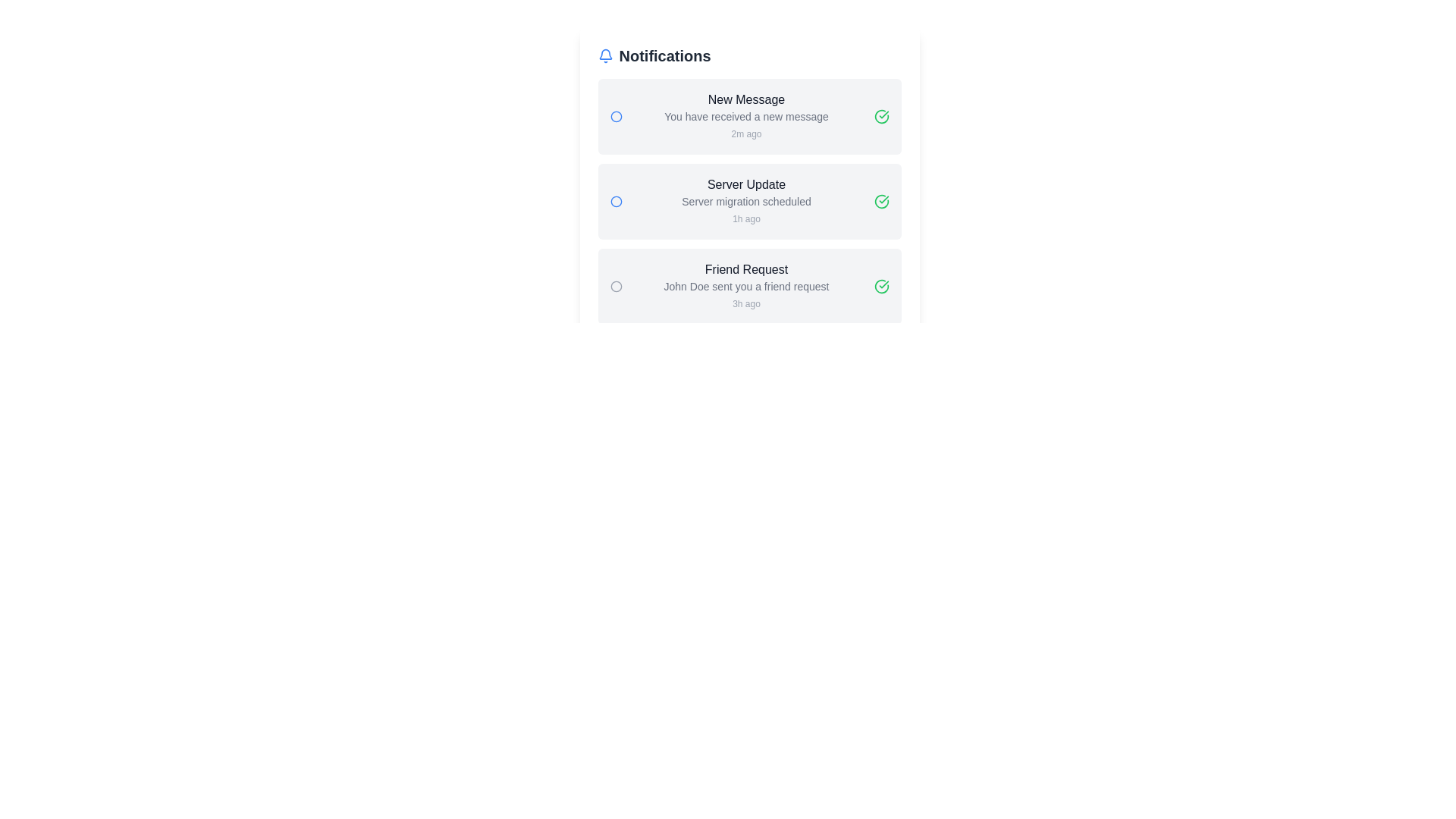 The image size is (1456, 819). I want to click on the informational text label displaying the elapsed time since the notification was received, located at the bottom right of the 'New Message' notification card, so click(746, 133).